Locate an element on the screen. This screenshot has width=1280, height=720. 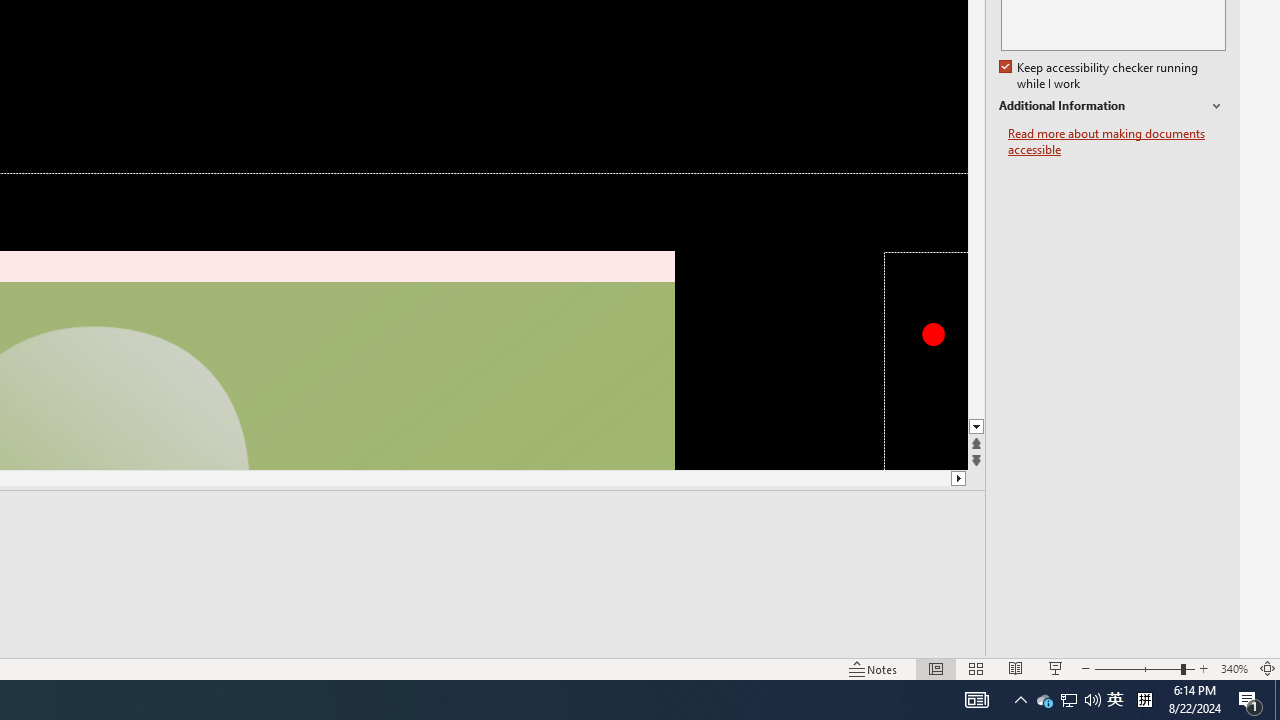
'Additional Information' is located at coordinates (1111, 106).